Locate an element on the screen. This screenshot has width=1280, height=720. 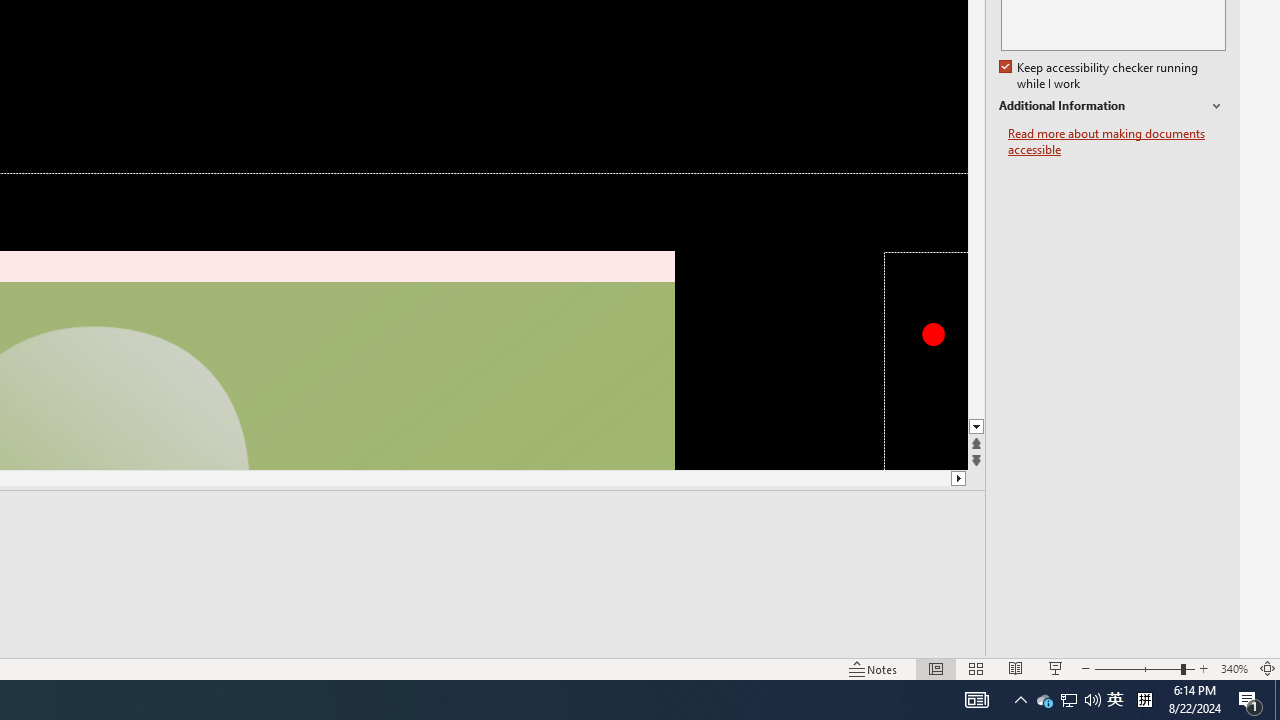
'Additional Information' is located at coordinates (1111, 106).